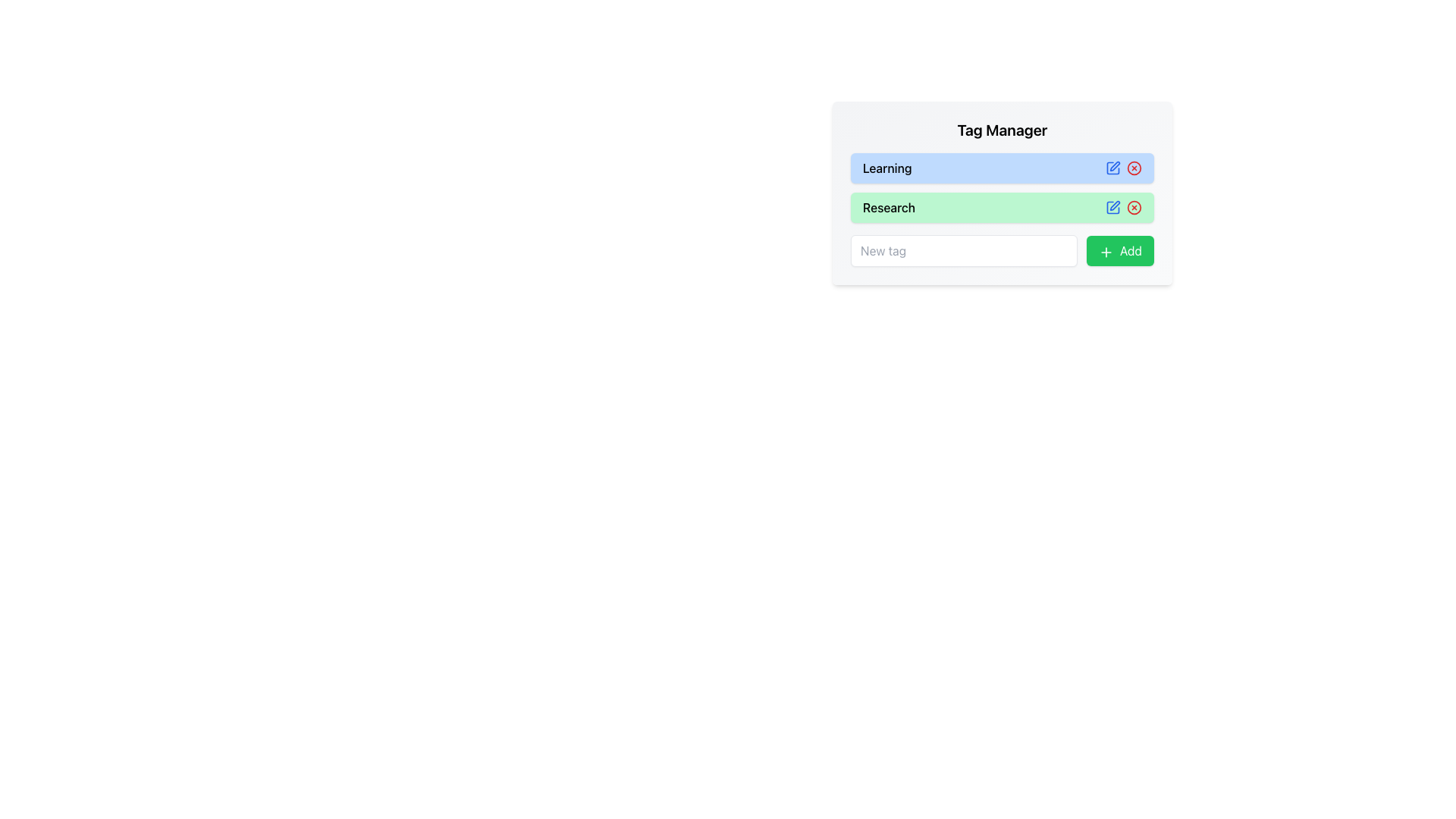  I want to click on the 'Research' tag in the Tag Manager section to navigate or select it, so click(1002, 207).